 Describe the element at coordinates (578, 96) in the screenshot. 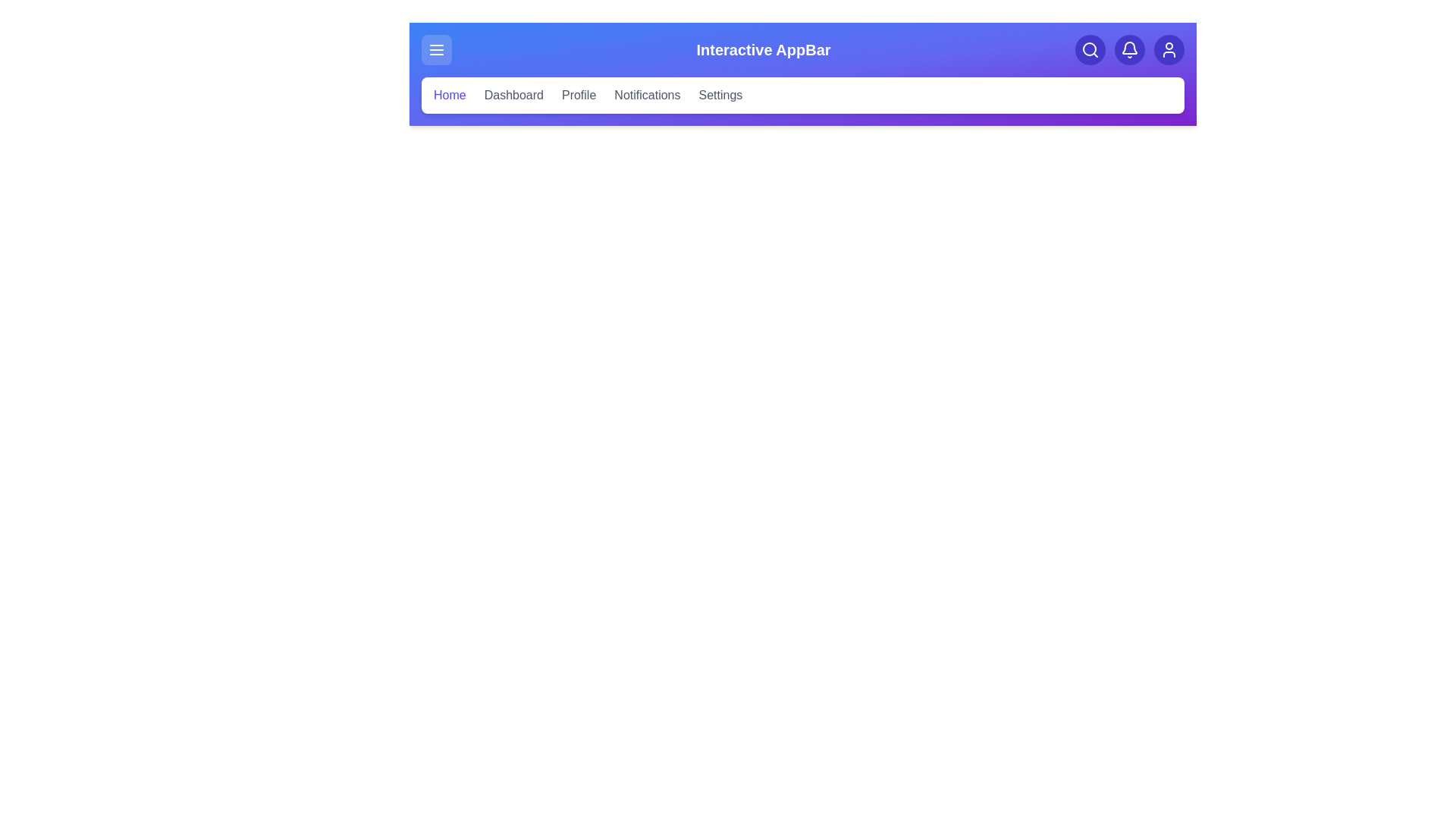

I see `the category Profile to navigate` at that location.